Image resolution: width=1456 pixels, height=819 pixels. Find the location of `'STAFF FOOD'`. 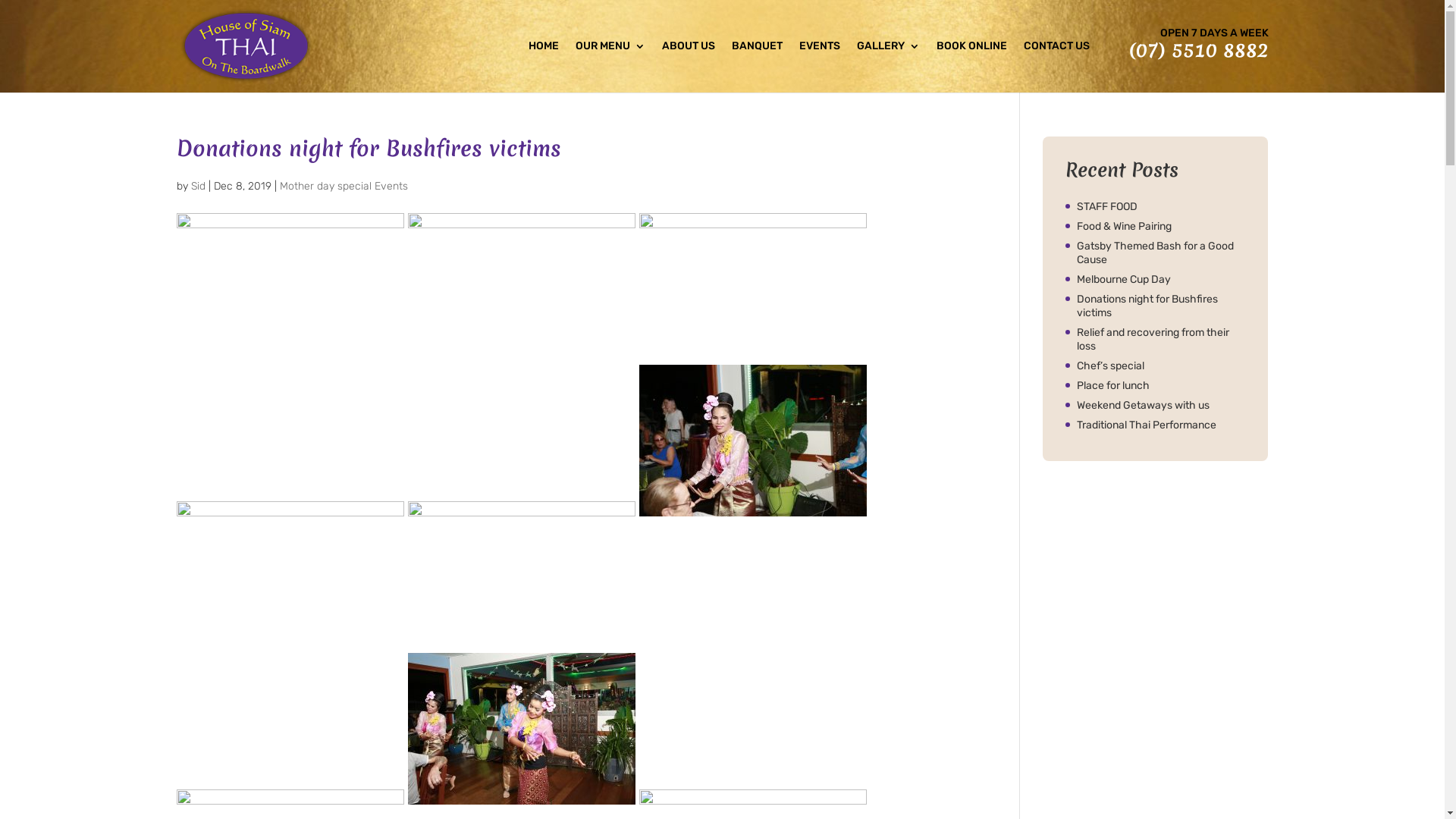

'STAFF FOOD' is located at coordinates (1160, 207).